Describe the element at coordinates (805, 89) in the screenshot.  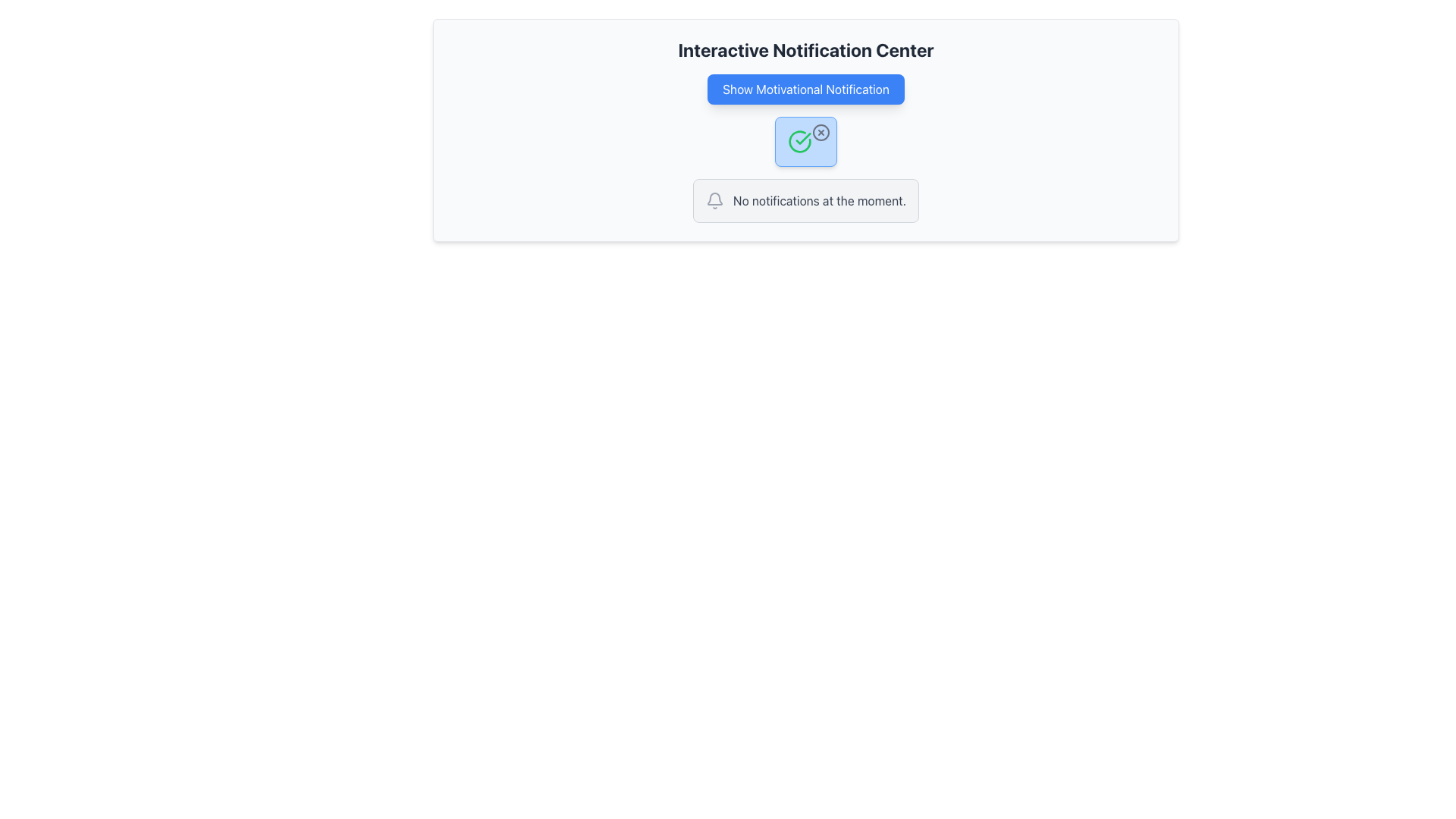
I see `the motivational notification button located under the 'Interactive Notification Center' heading` at that location.